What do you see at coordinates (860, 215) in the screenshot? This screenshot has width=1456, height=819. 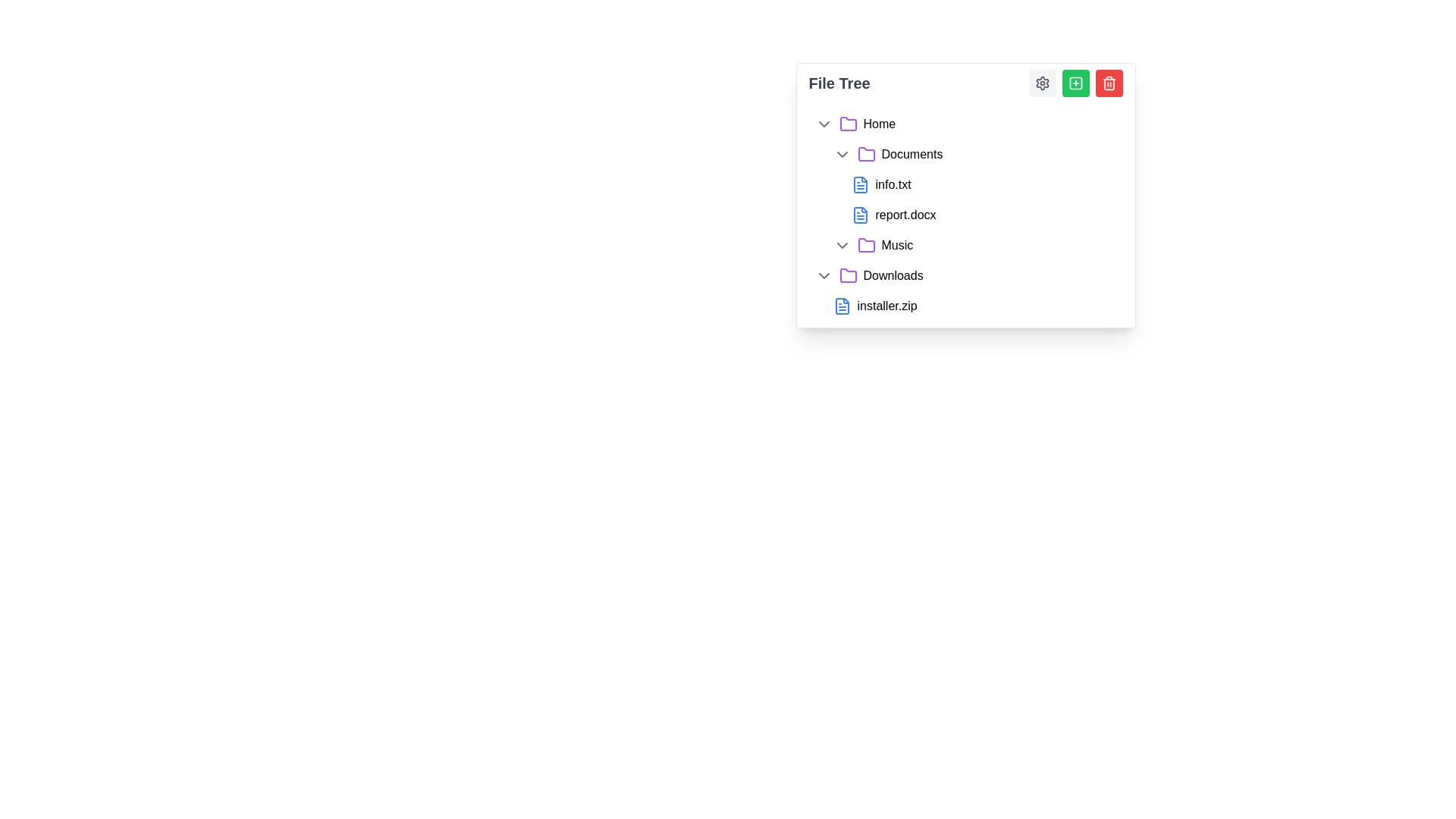 I see `the icon representing the file type for 'report.docx', located immediately to the left of the text 'report.docx' in the file tree interface` at bounding box center [860, 215].